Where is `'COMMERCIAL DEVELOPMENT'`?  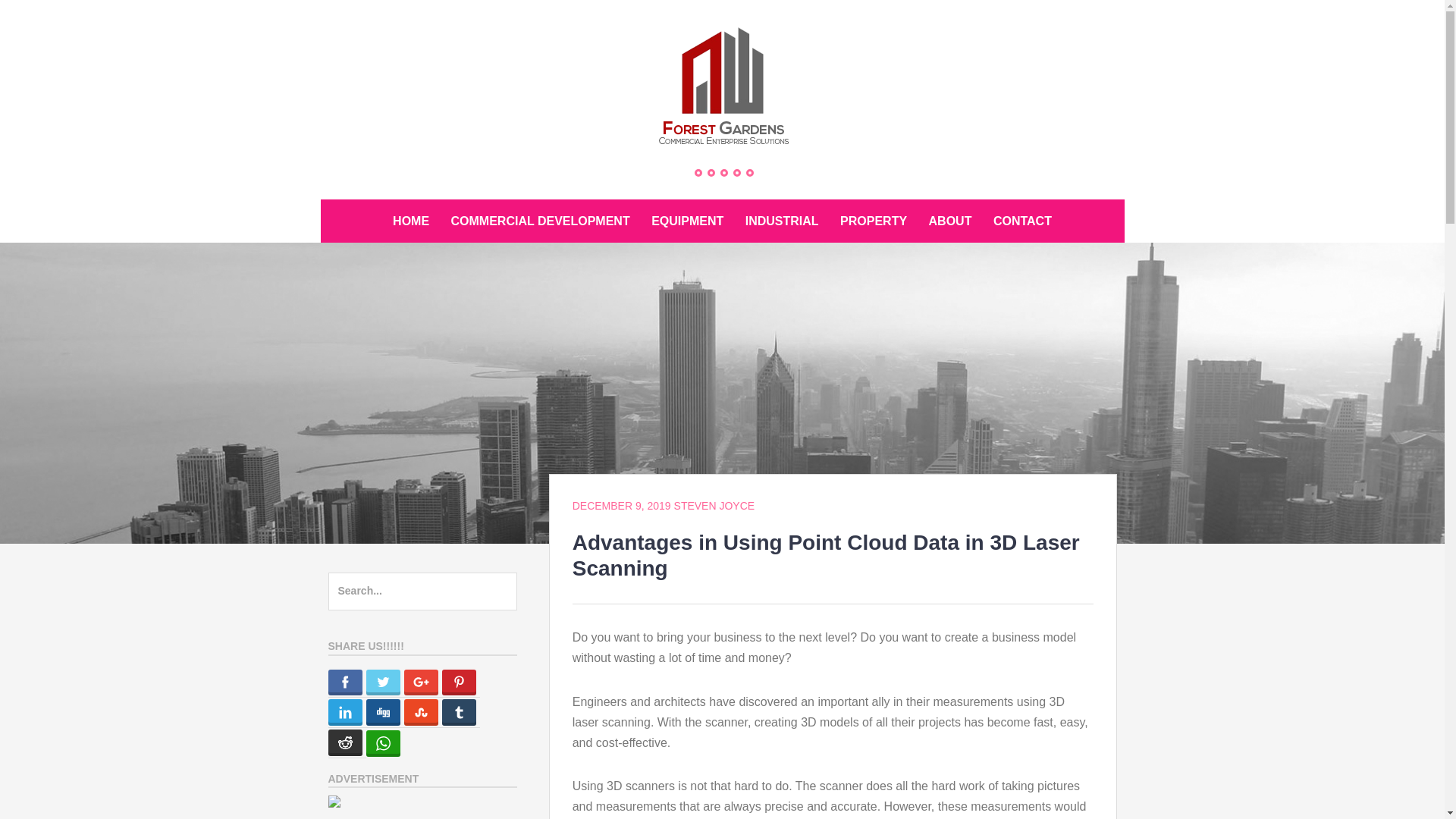
'COMMERCIAL DEVELOPMENT' is located at coordinates (441, 221).